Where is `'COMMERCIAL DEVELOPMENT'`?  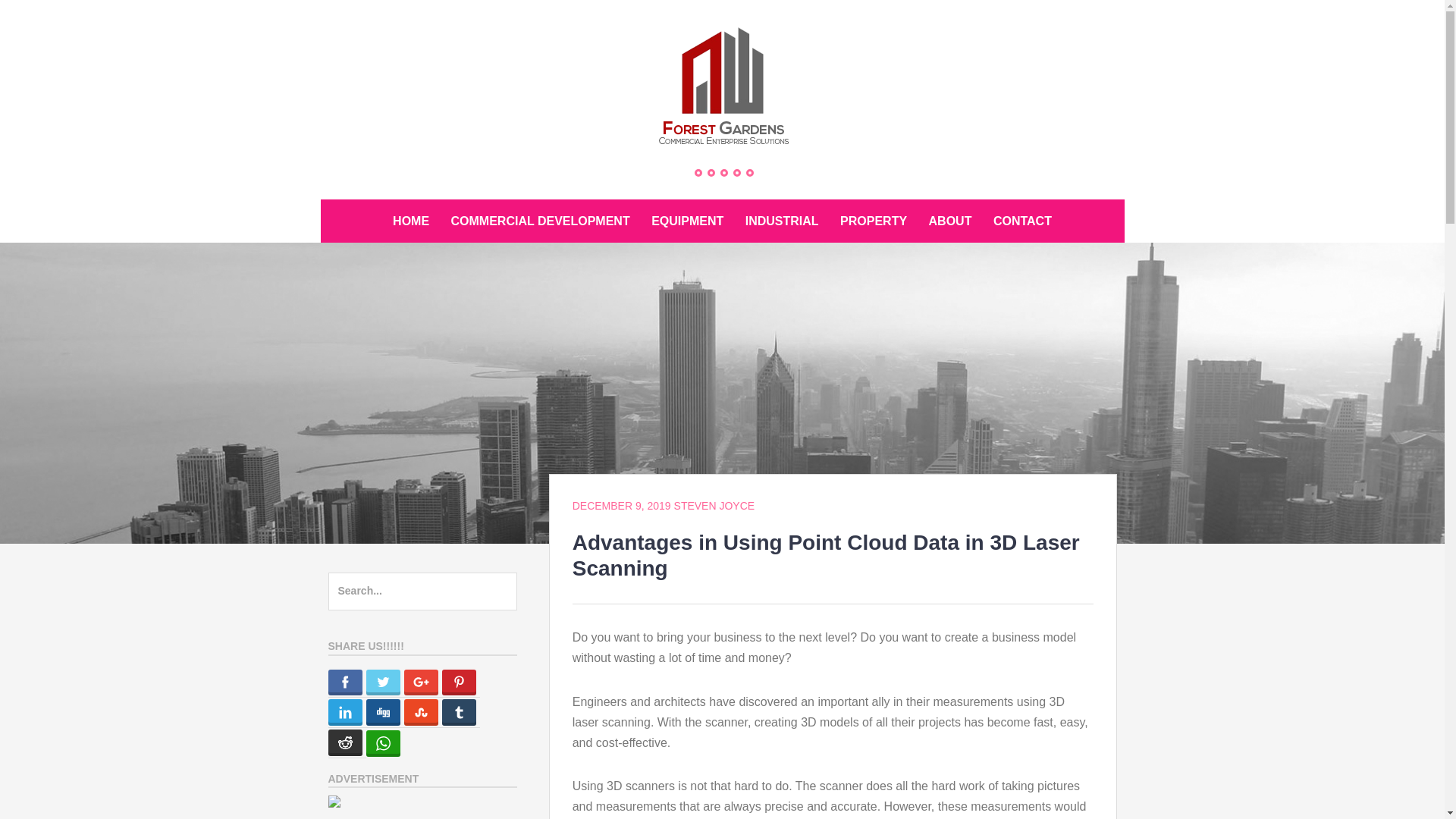
'COMMERCIAL DEVELOPMENT' is located at coordinates (441, 221).